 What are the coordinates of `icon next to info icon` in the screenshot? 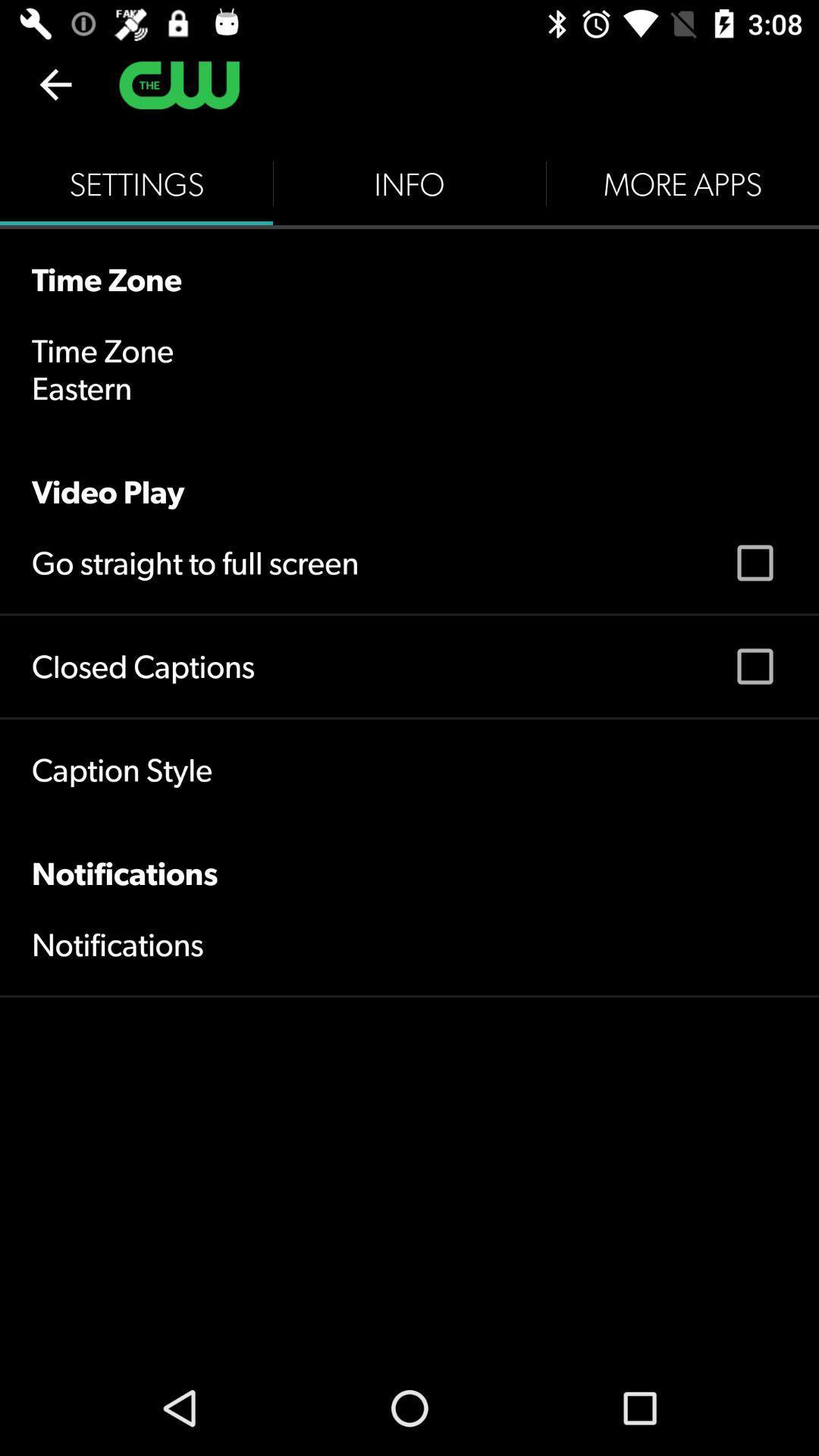 It's located at (136, 184).